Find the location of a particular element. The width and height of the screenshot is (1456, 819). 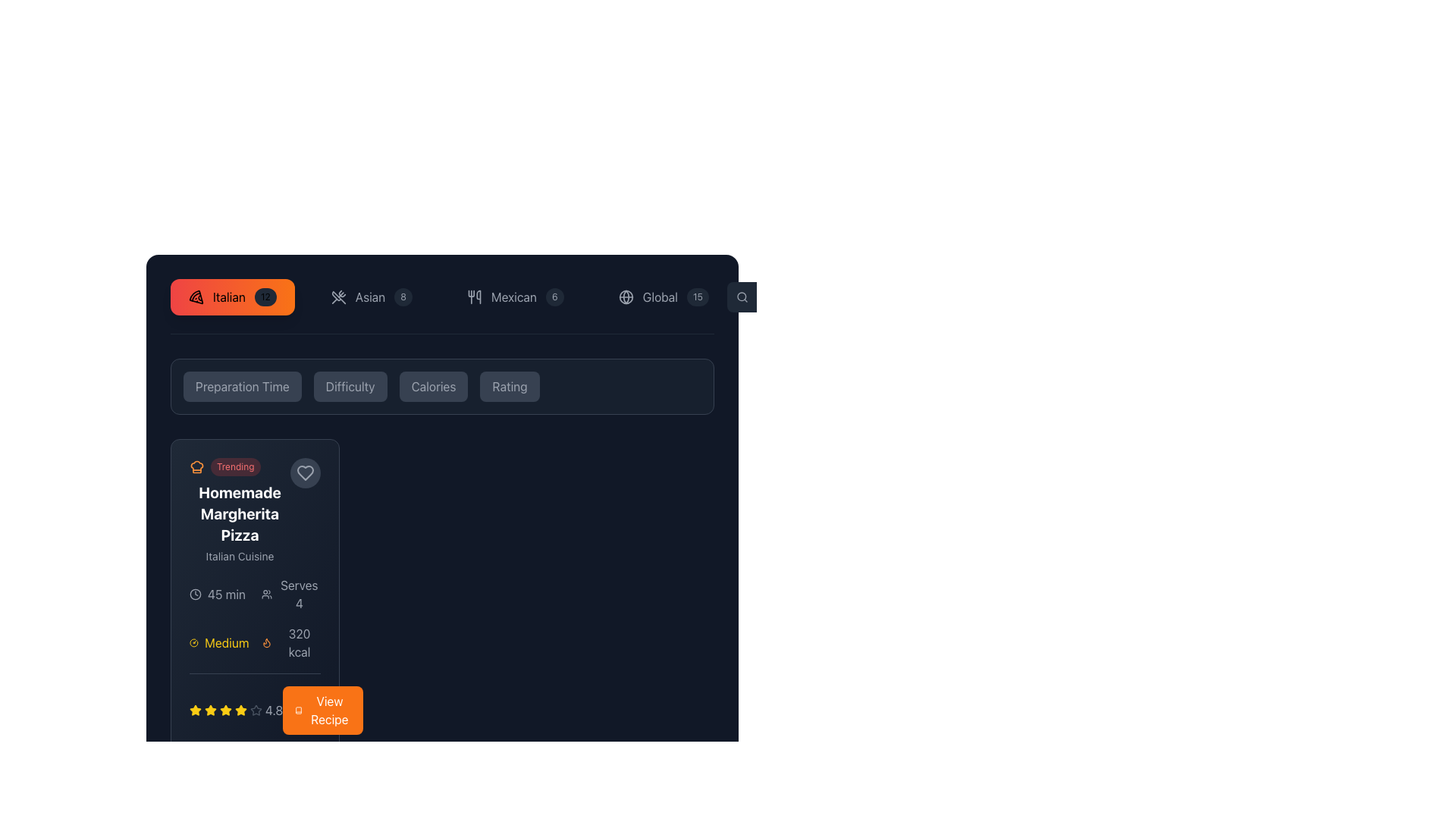

the 'Rating' button, which is a rounded rectangular button with gray background and light gray text, positioned in the fourth place among similar buttons is located at coordinates (510, 385).